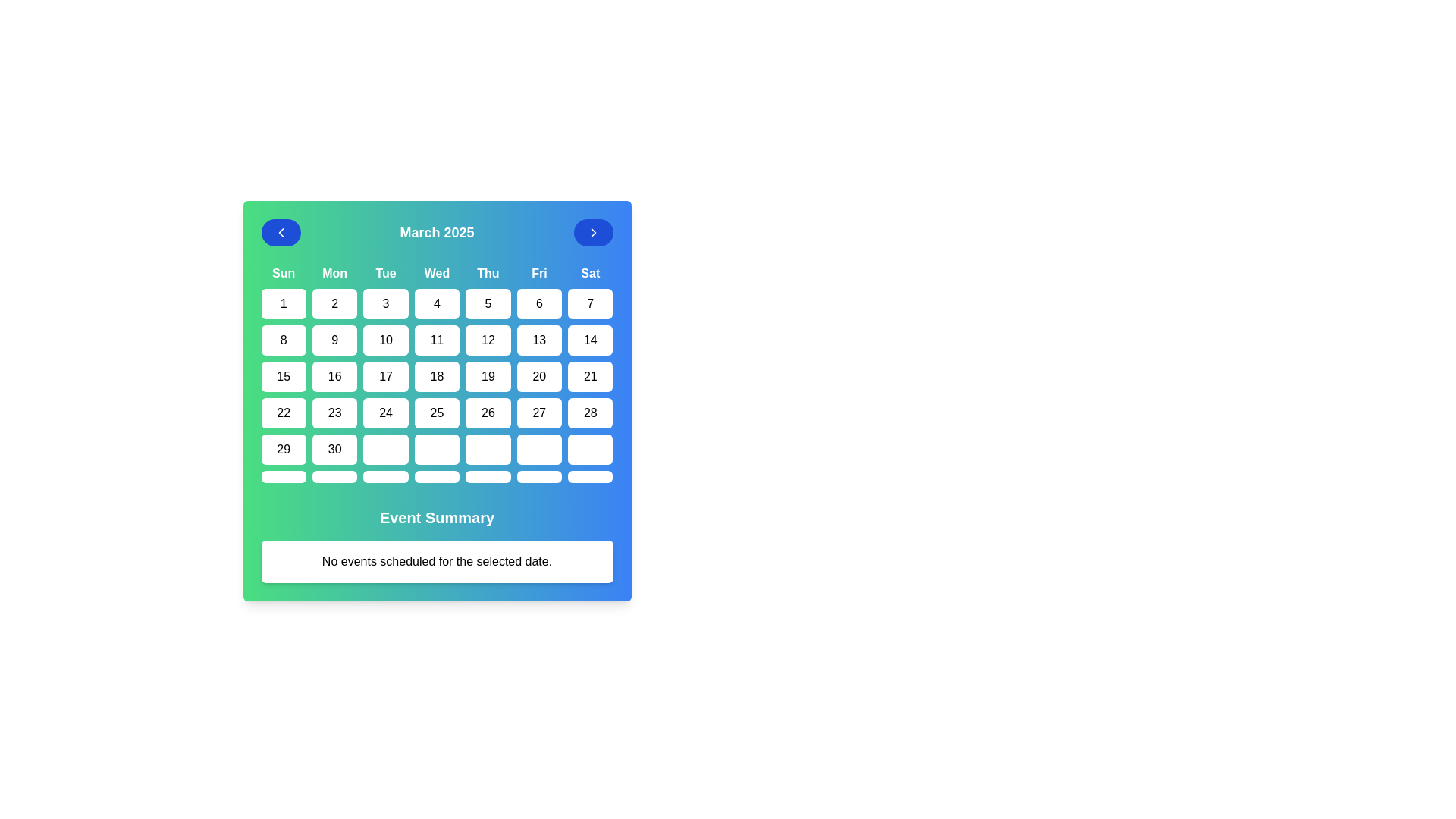  Describe the element at coordinates (539, 339) in the screenshot. I see `the button labeled '13' with a white background and black font, located` at that location.